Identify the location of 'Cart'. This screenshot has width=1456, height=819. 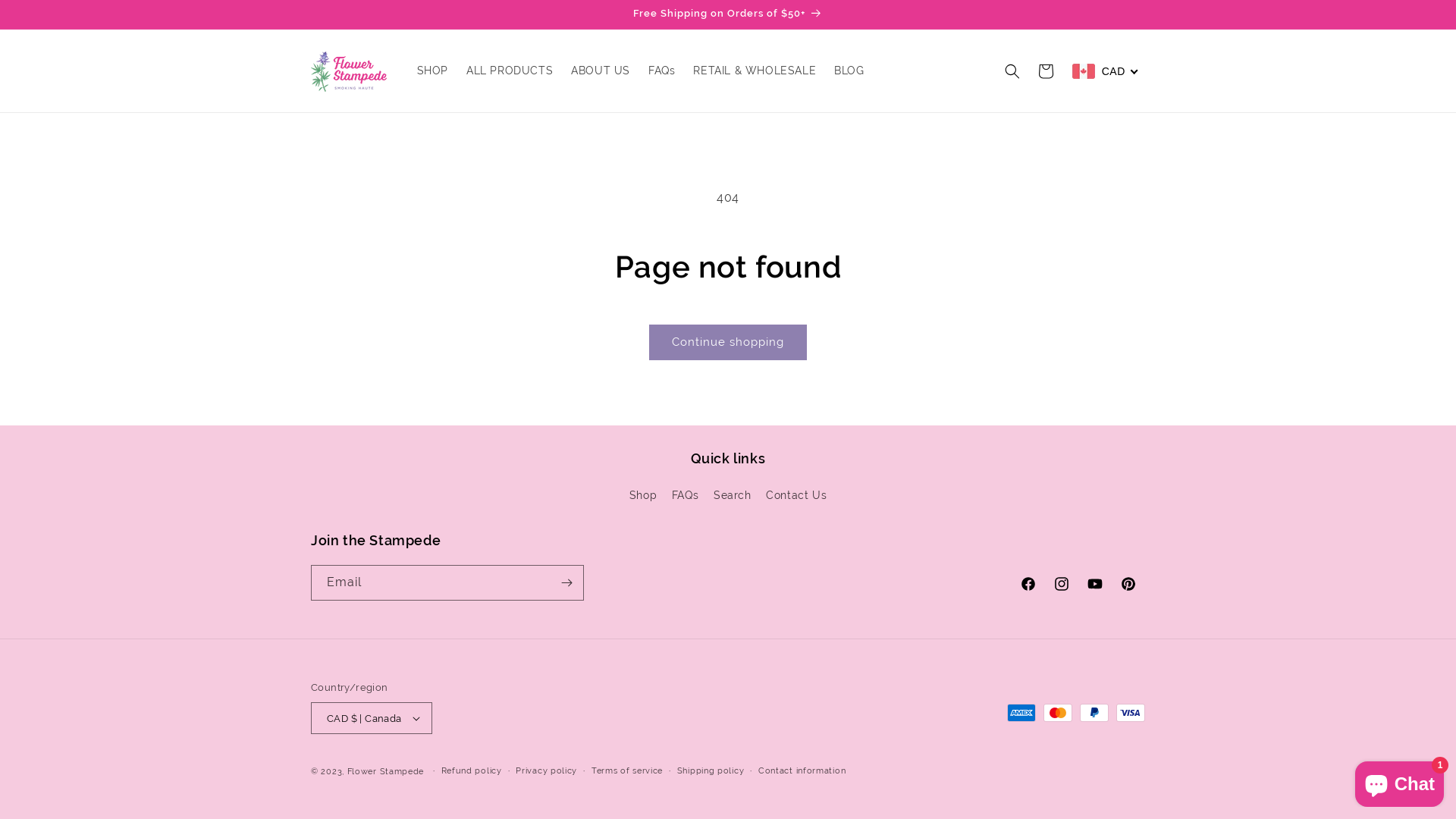
(1044, 71).